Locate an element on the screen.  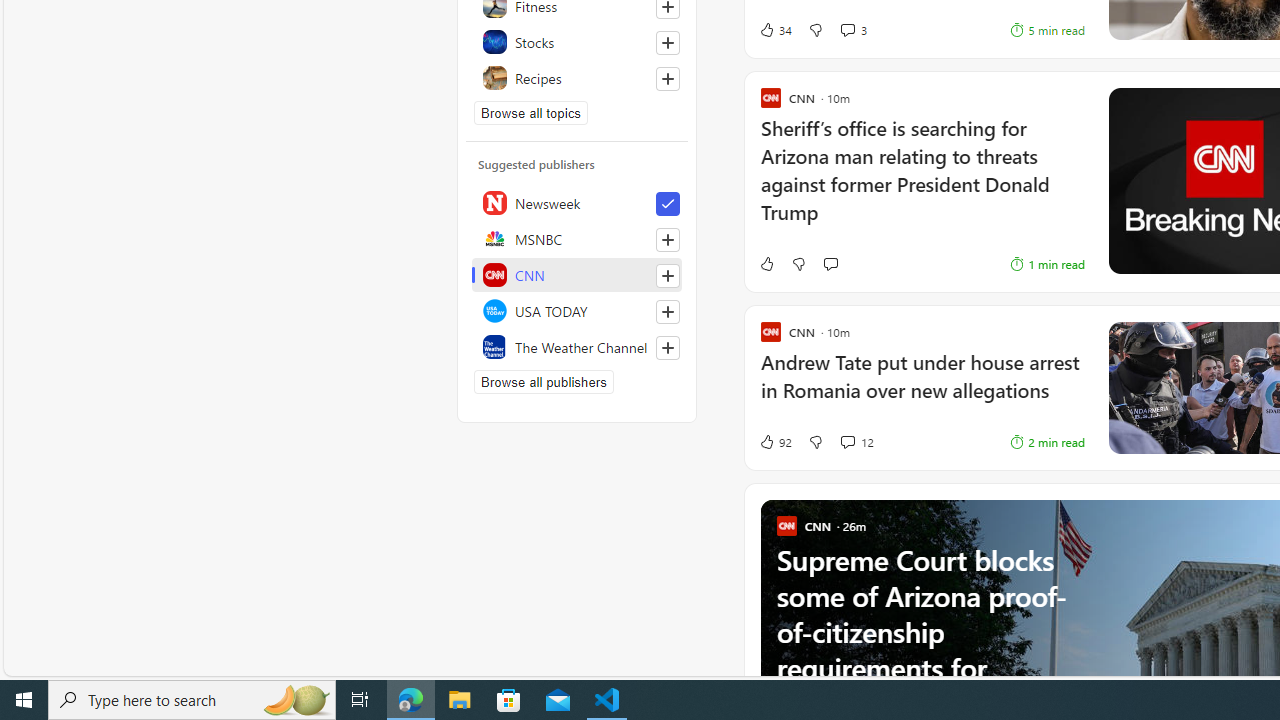
'View comments 3 Comment' is located at coordinates (853, 30).